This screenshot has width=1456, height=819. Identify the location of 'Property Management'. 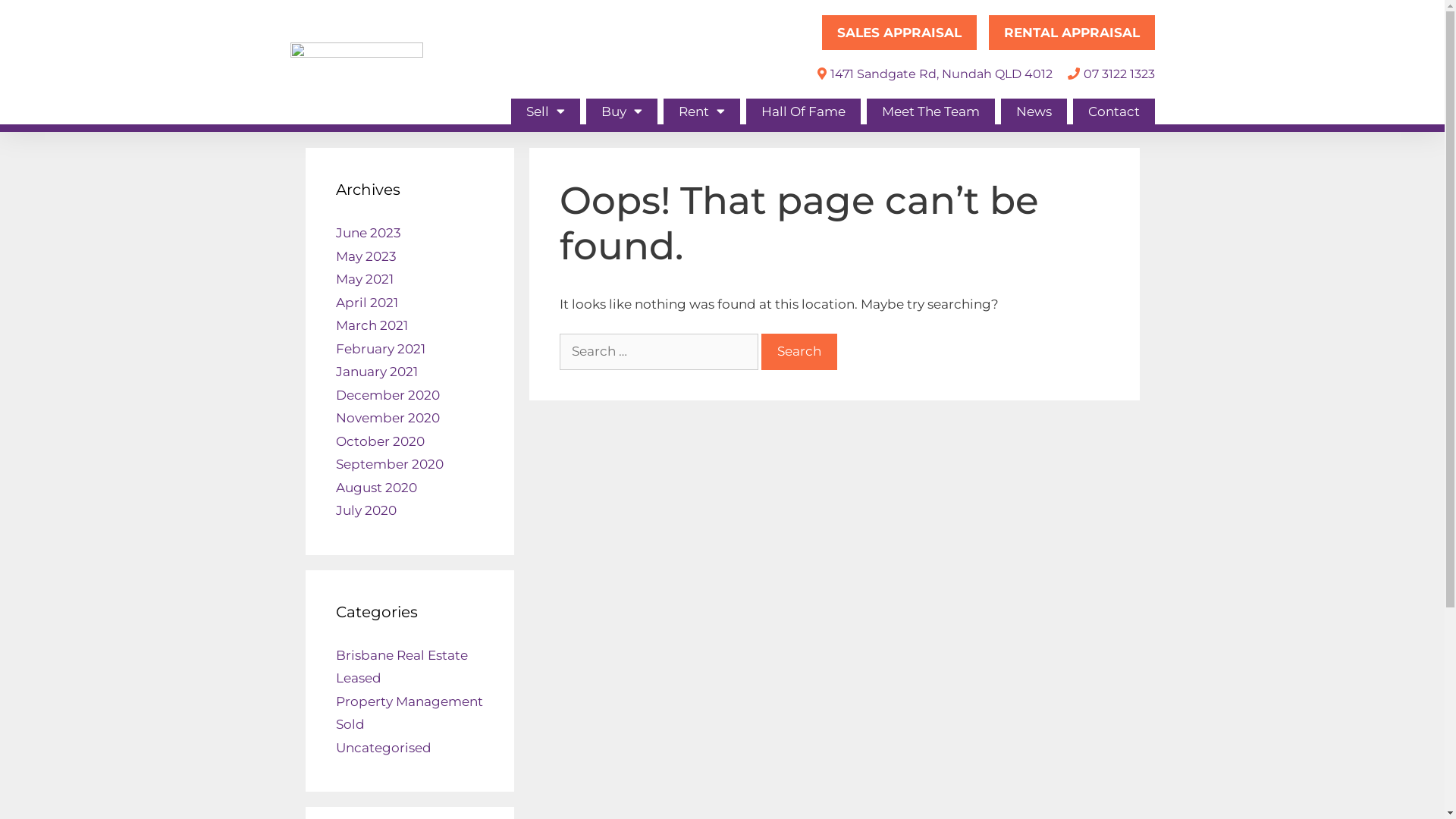
(408, 701).